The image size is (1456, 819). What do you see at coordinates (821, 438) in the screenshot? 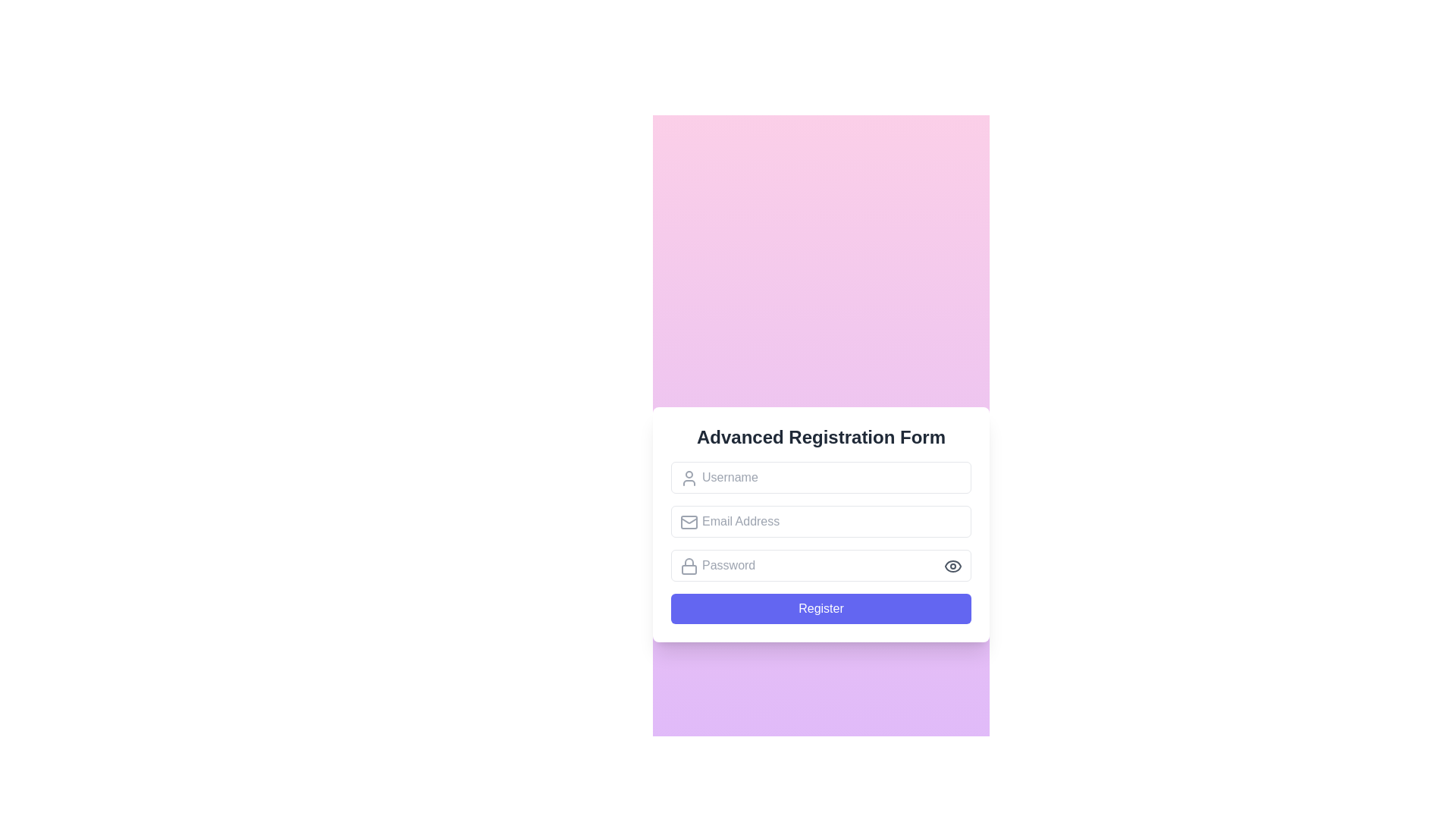
I see `the static text header that indicates 'Advanced Registration Form' at the top of the white card-like box` at bounding box center [821, 438].